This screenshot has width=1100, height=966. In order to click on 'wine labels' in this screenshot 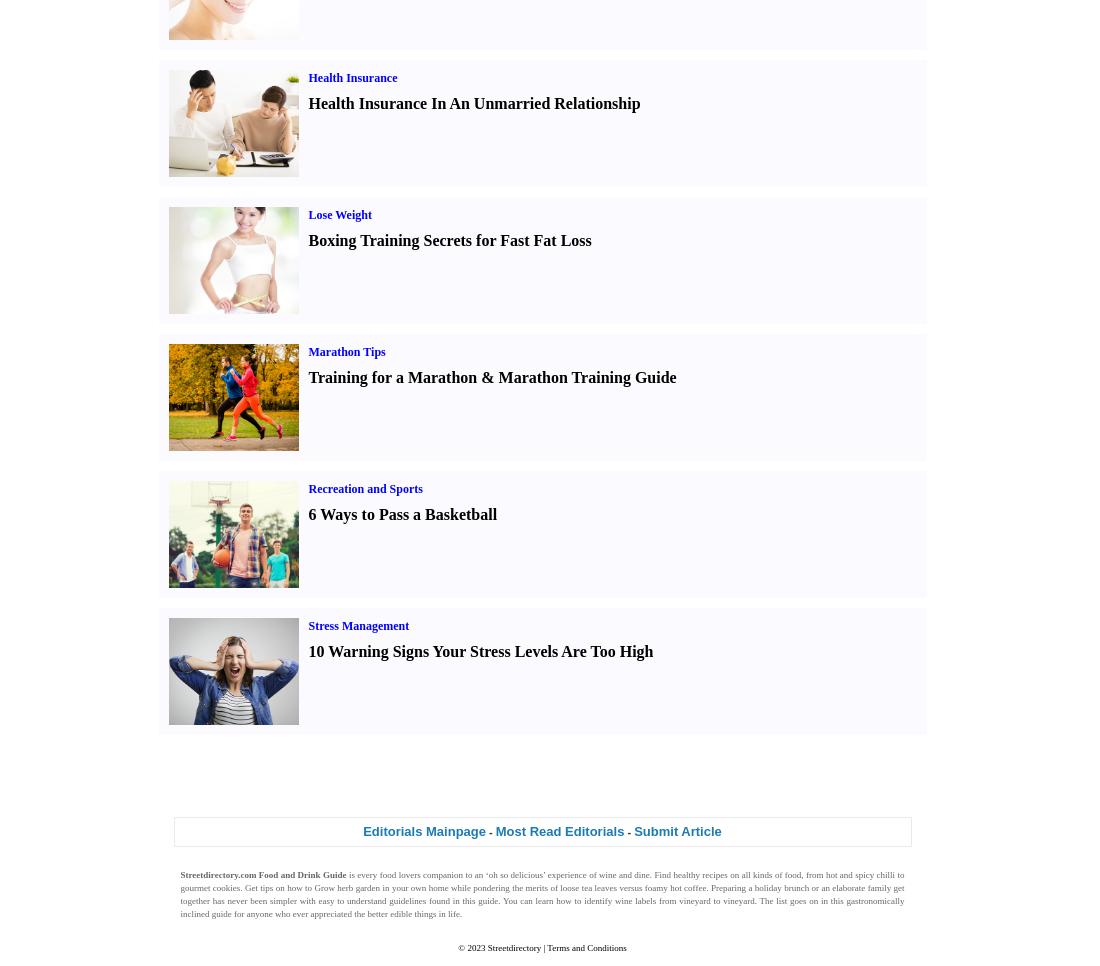, I will do `click(635, 899)`.